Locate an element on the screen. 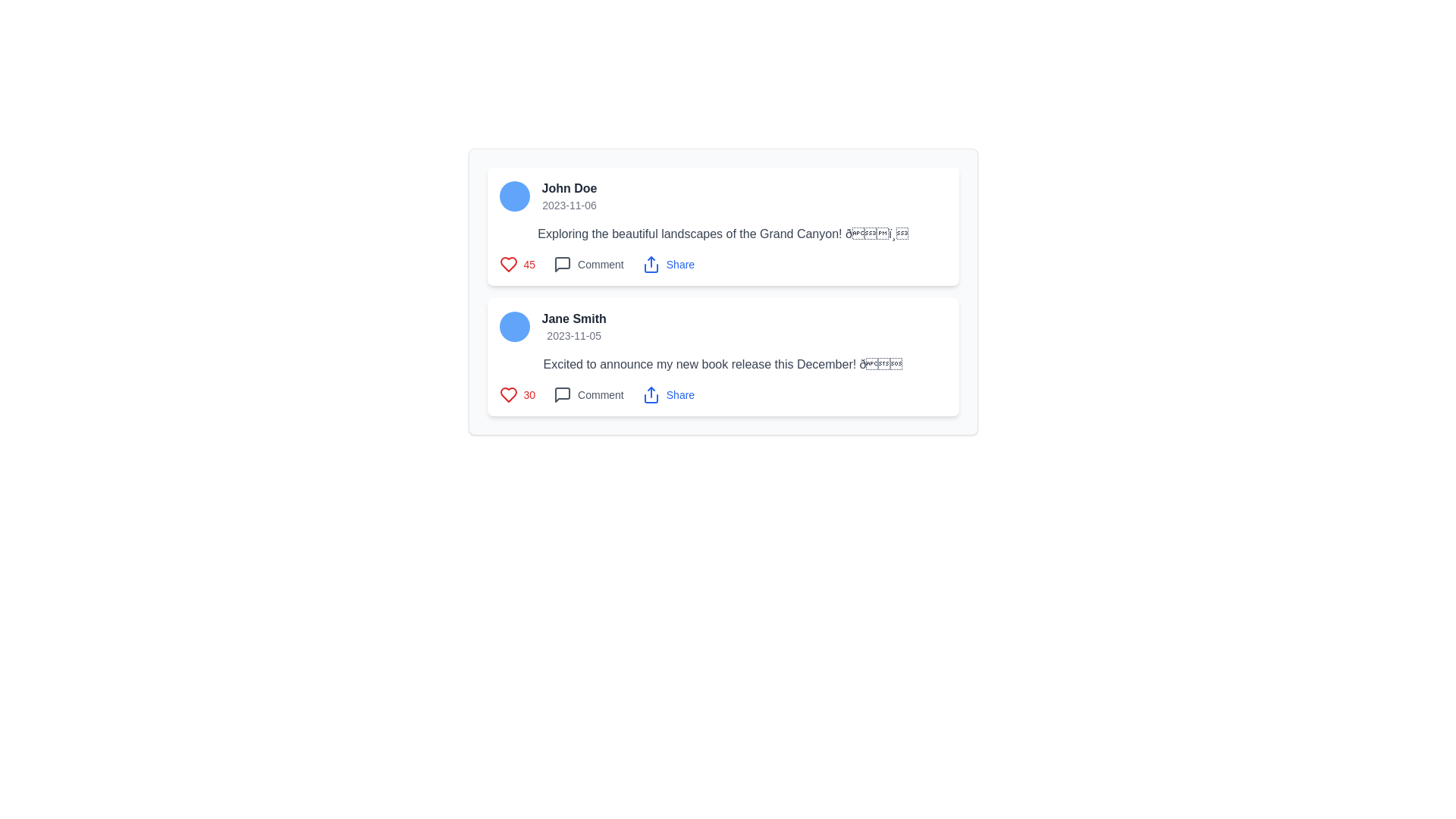  the heart-shaped icon located at the leftmost part of the action bar of the first post to like or unlike the post is located at coordinates (508, 263).